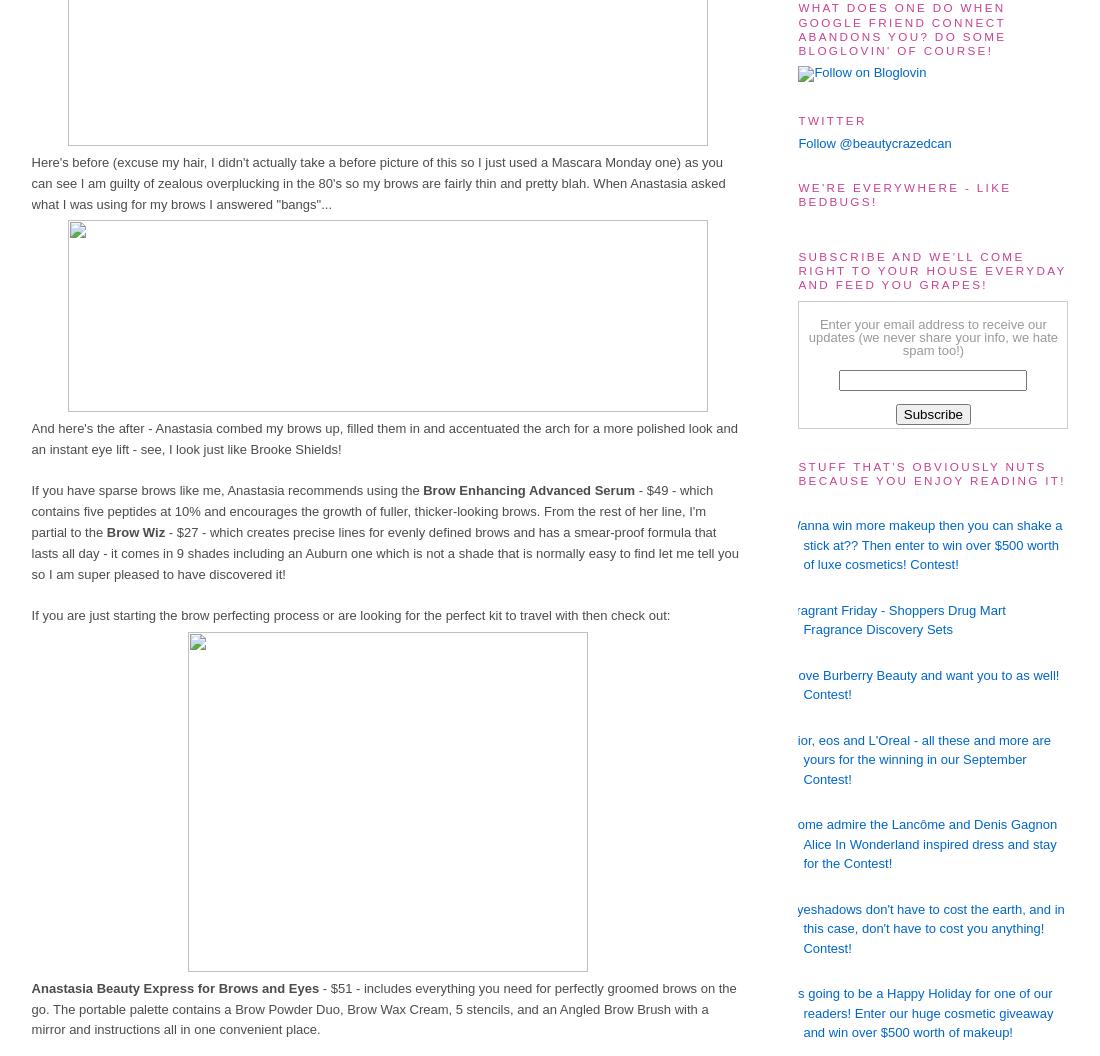  I want to click on 'Come admire the Lancôme and Denis Gagnon Alice In Wonderland inspired dress and stay for the Contest!', so click(922, 843).